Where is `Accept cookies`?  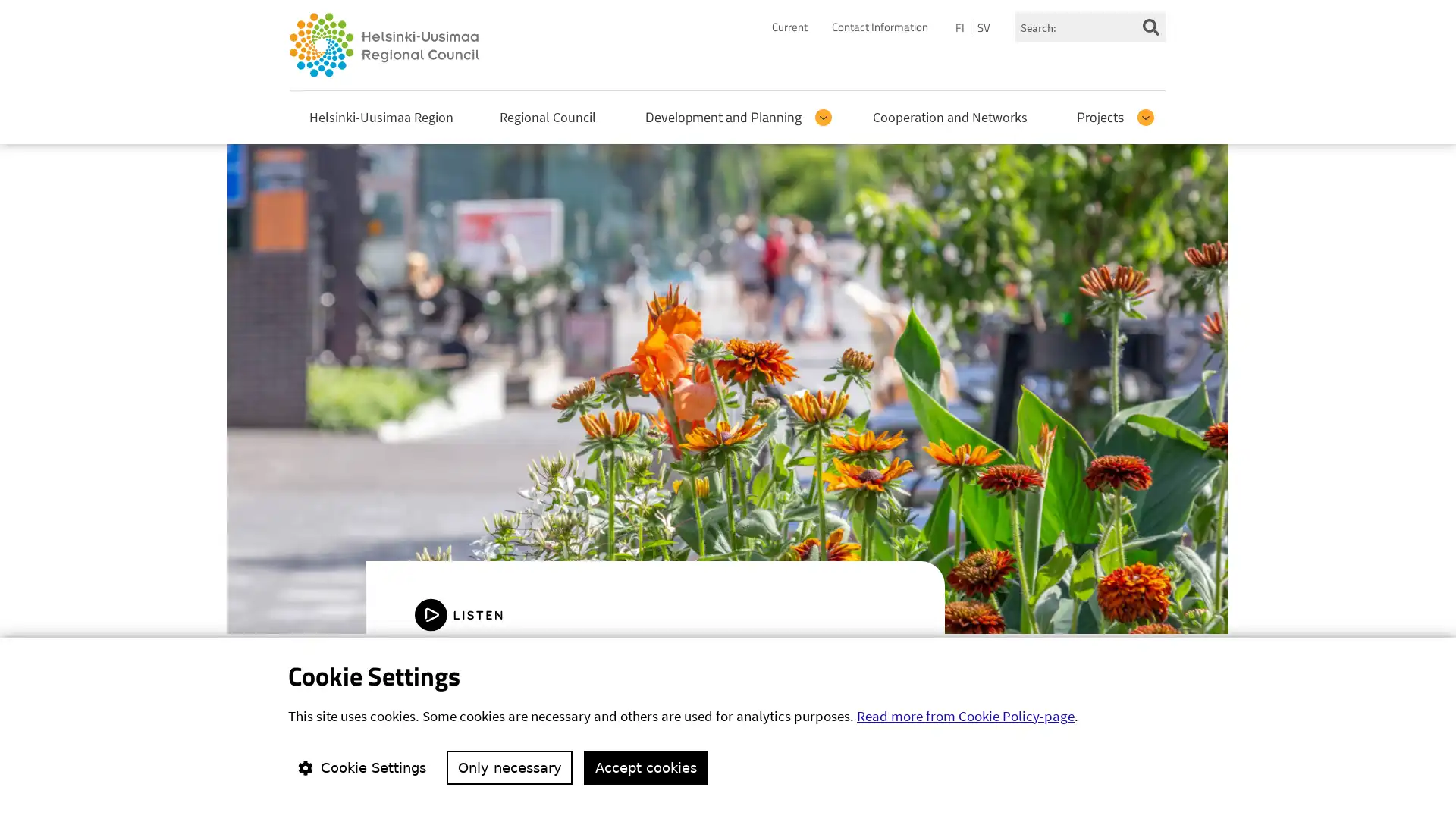
Accept cookies is located at coordinates (645, 767).